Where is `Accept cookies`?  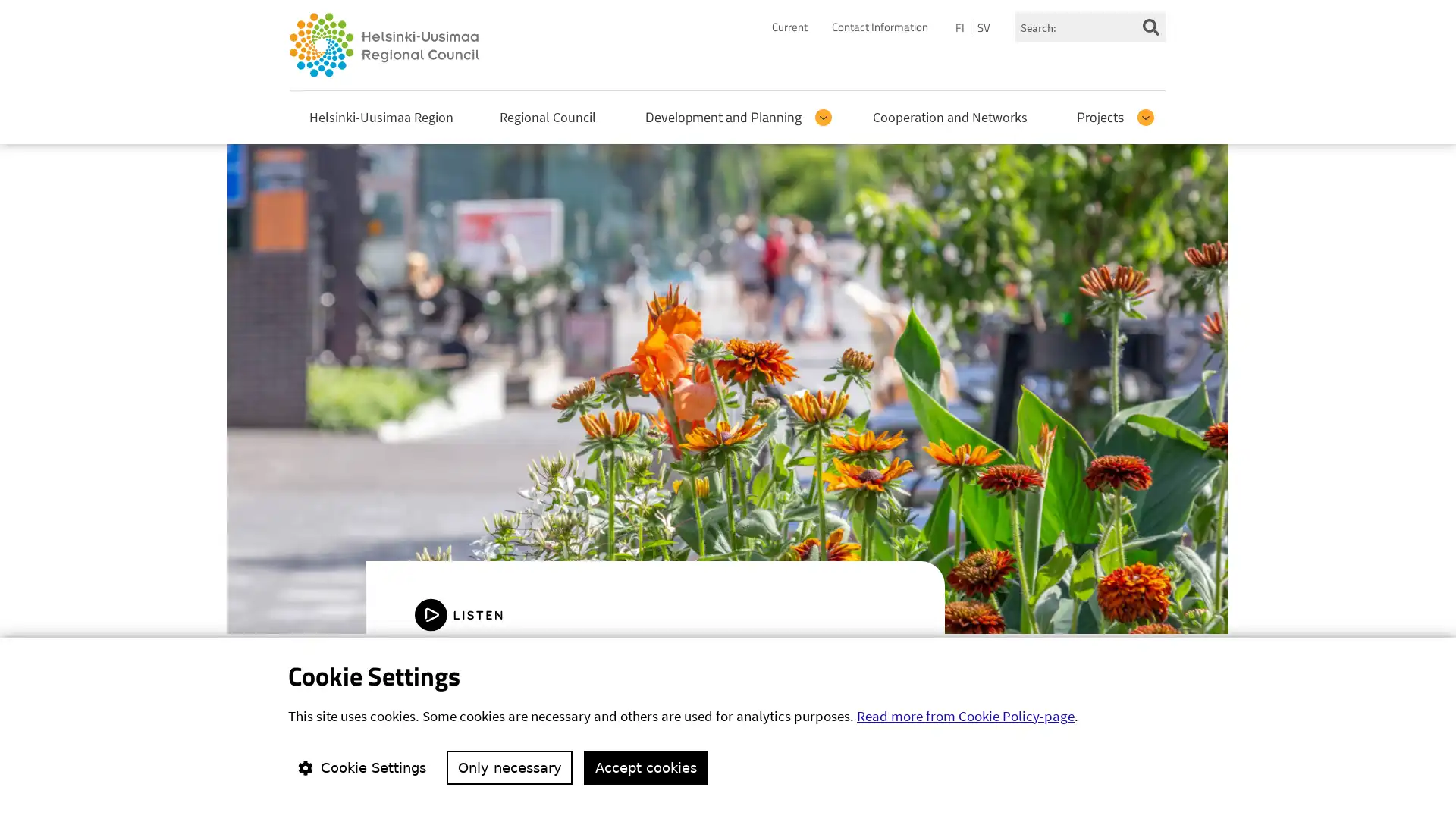
Accept cookies is located at coordinates (645, 767).